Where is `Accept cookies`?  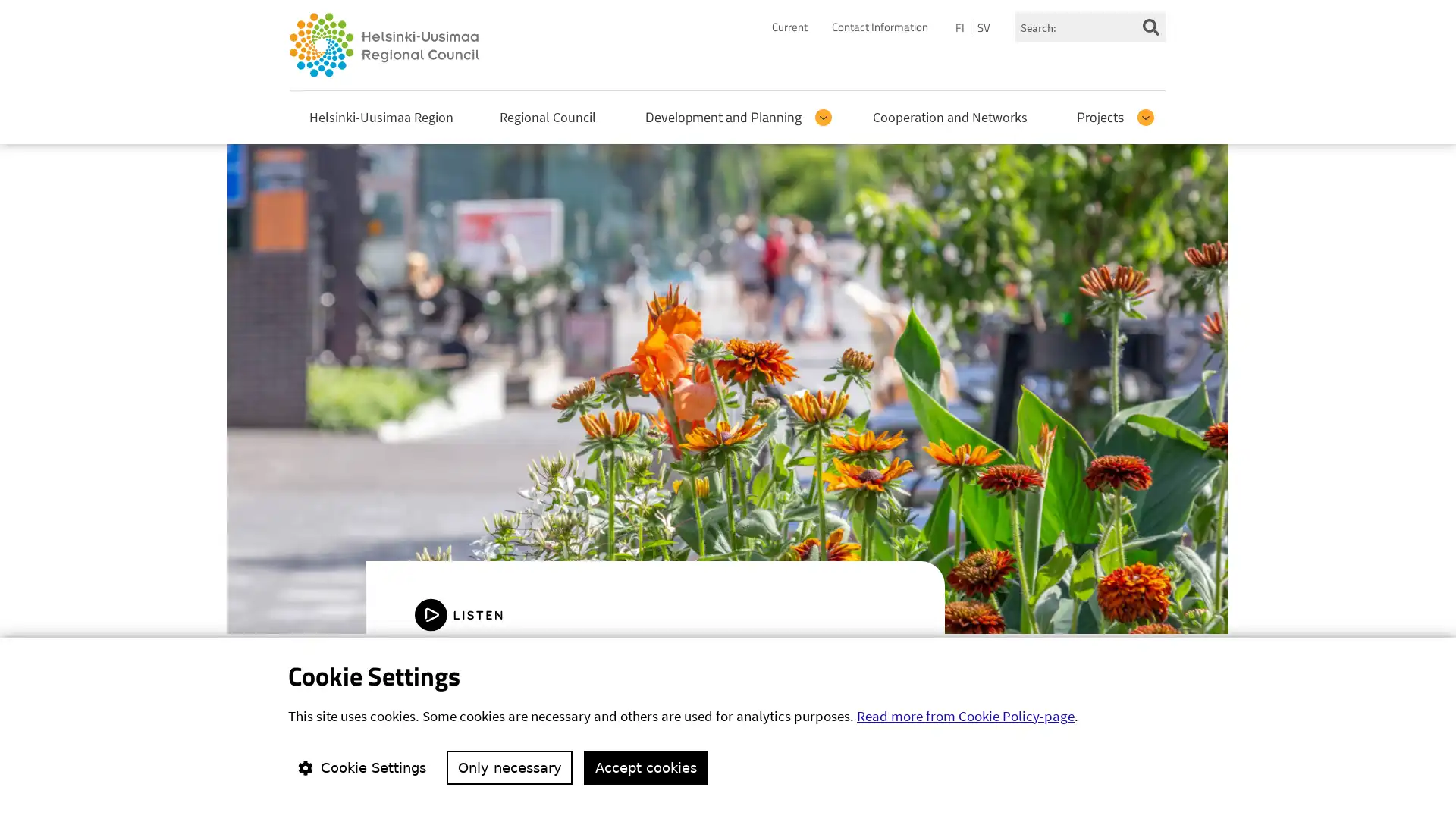
Accept cookies is located at coordinates (645, 767).